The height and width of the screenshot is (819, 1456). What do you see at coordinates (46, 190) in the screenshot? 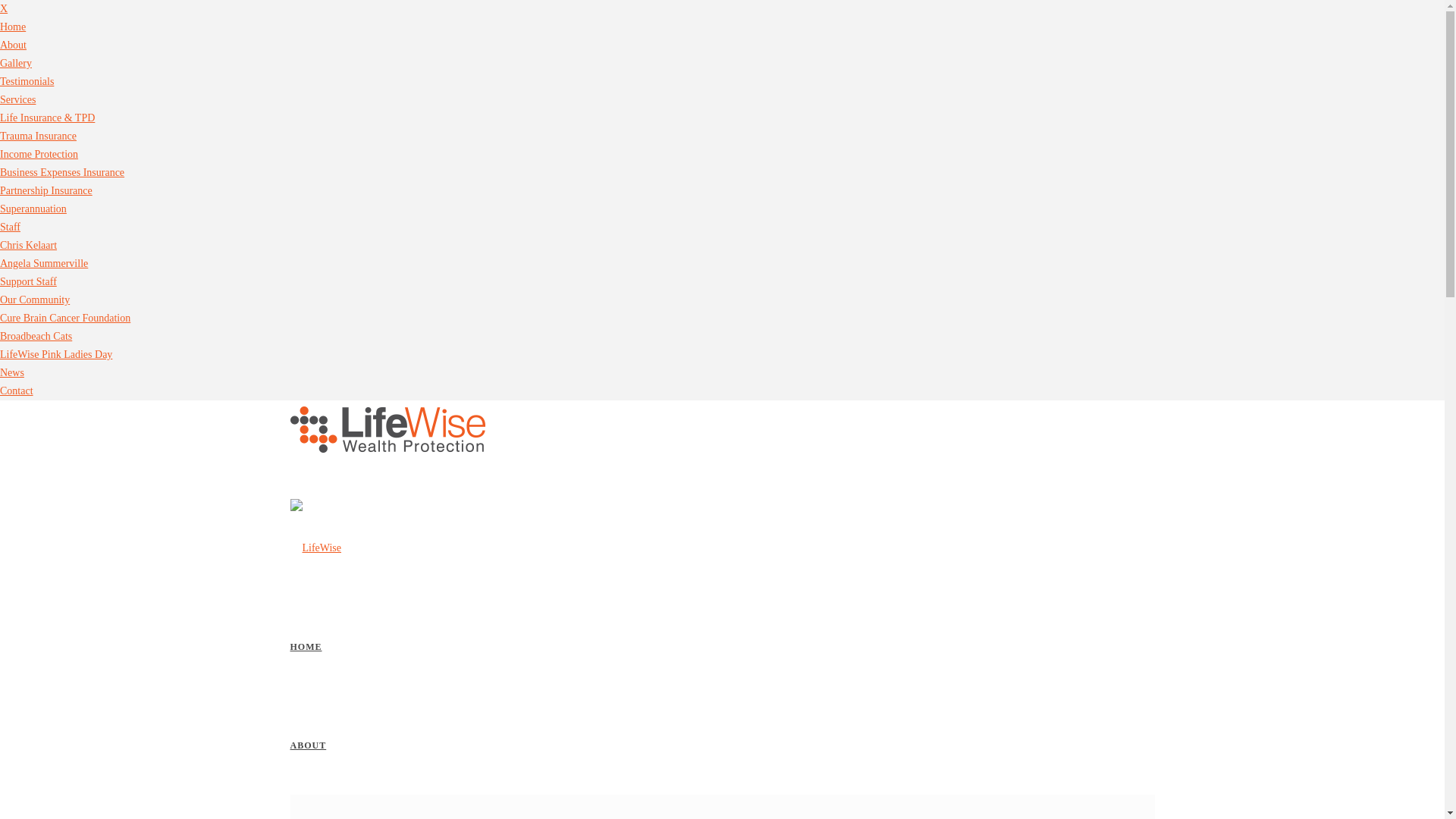
I see `'Partnership Insurance'` at bounding box center [46, 190].